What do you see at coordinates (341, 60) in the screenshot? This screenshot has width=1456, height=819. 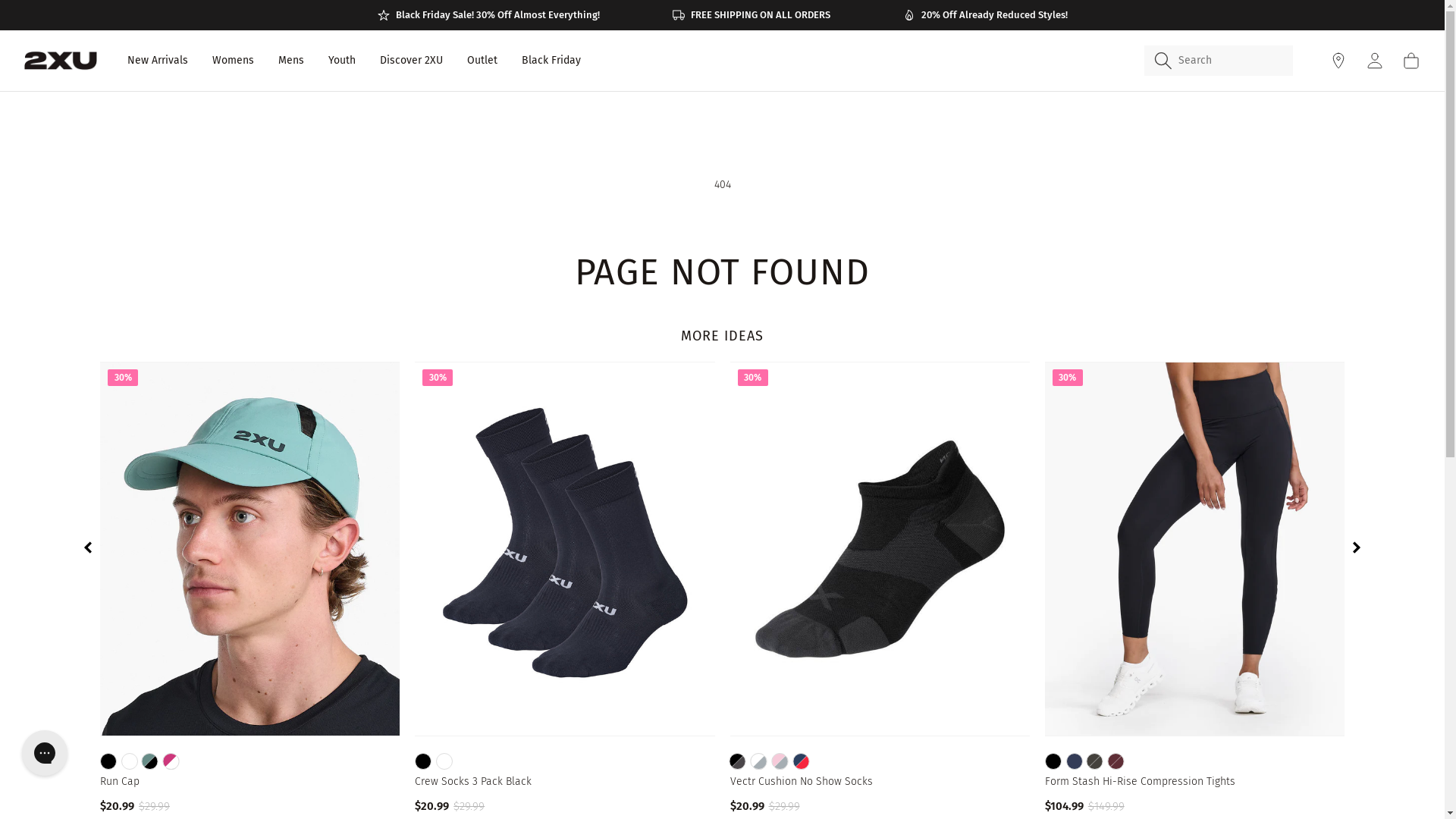 I see `'Youth'` at bounding box center [341, 60].